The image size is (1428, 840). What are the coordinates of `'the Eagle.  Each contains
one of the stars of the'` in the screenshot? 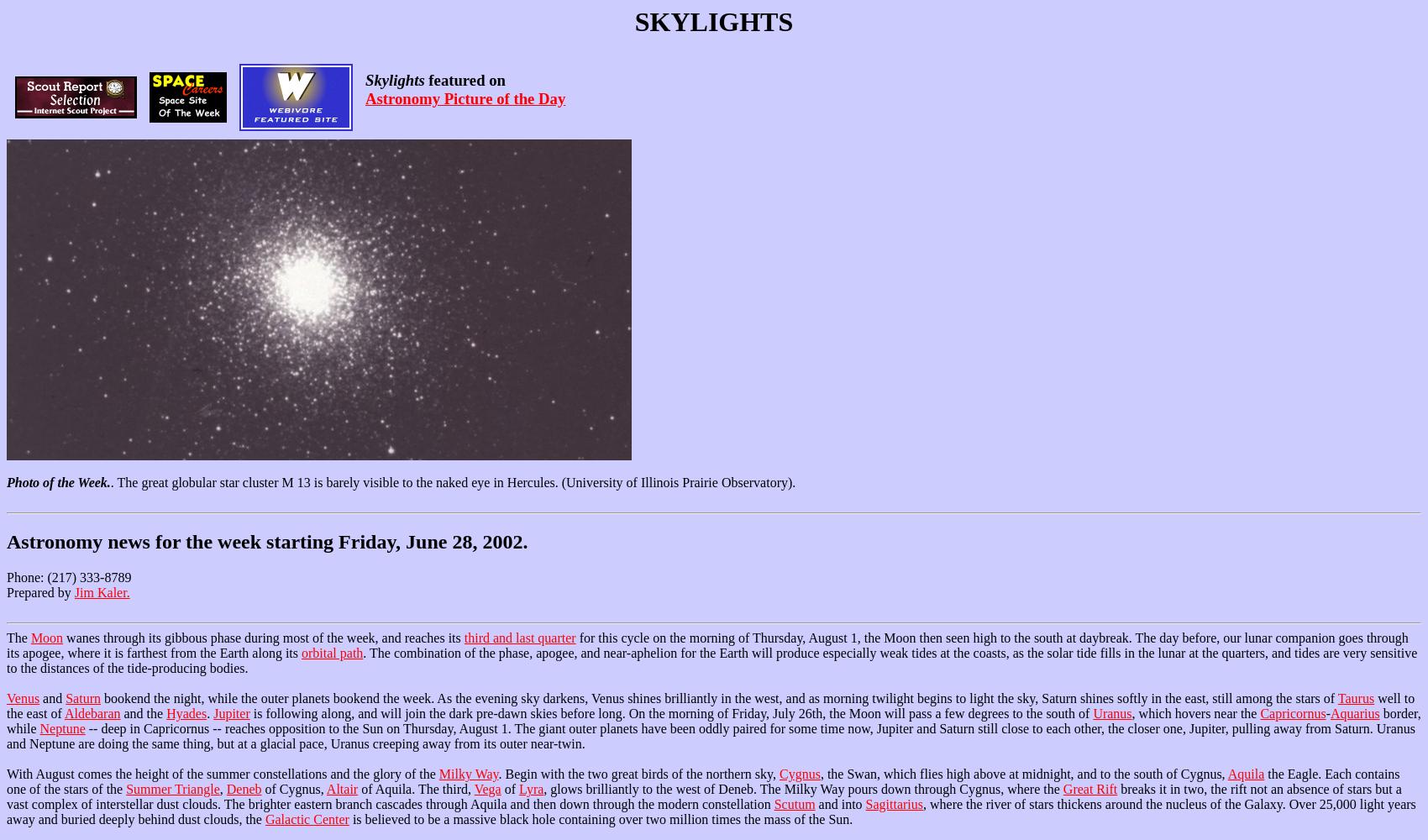 It's located at (6, 781).